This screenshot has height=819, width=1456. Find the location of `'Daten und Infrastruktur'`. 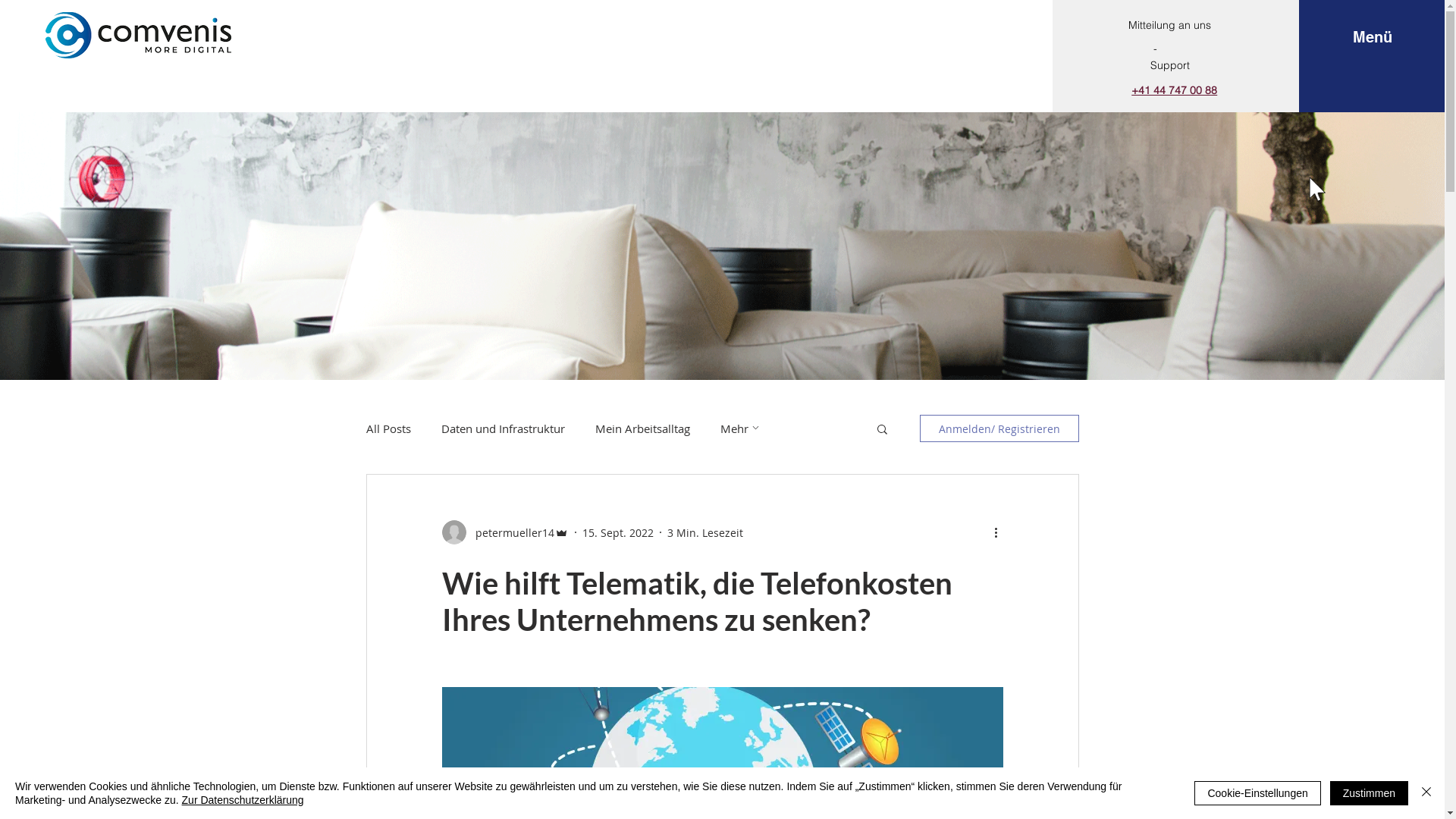

'Daten und Infrastruktur' is located at coordinates (503, 428).